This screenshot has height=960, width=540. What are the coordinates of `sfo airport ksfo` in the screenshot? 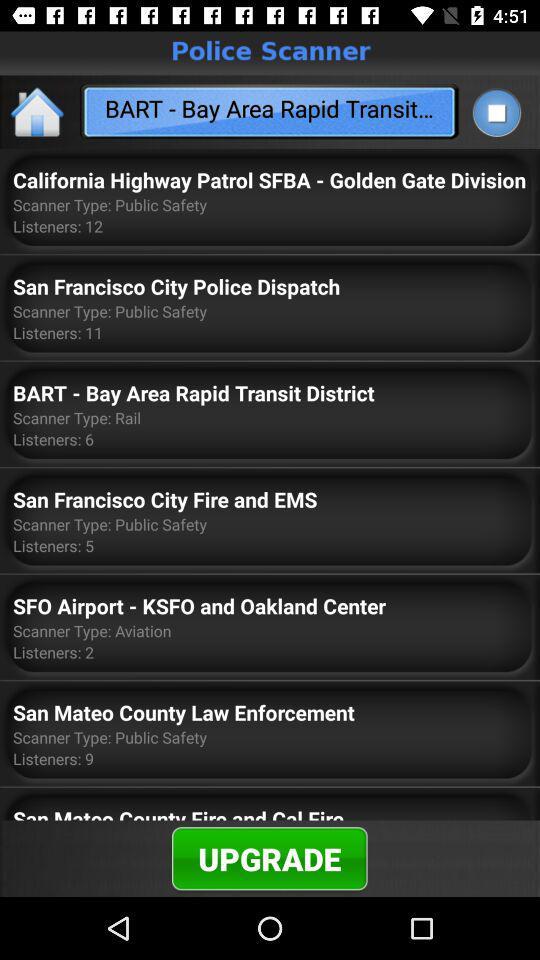 It's located at (199, 604).